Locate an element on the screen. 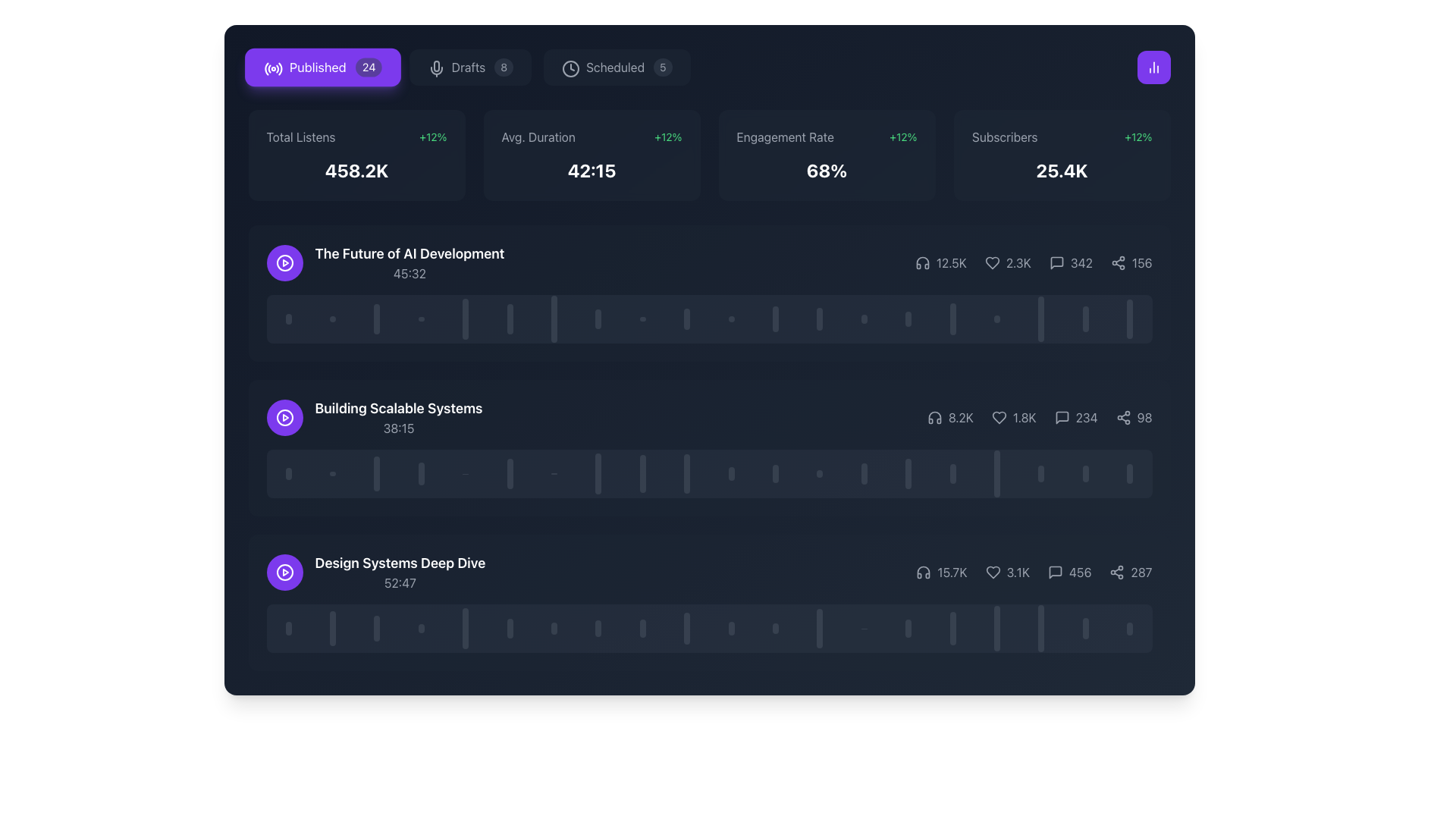 Image resolution: width=1456 pixels, height=819 pixels. the visual pattern of the waveform or progress bar located in the middle section of the card labeled 'The Future of AI Development', which is the only elongated rectangular shape in this specific card is located at coordinates (708, 318).